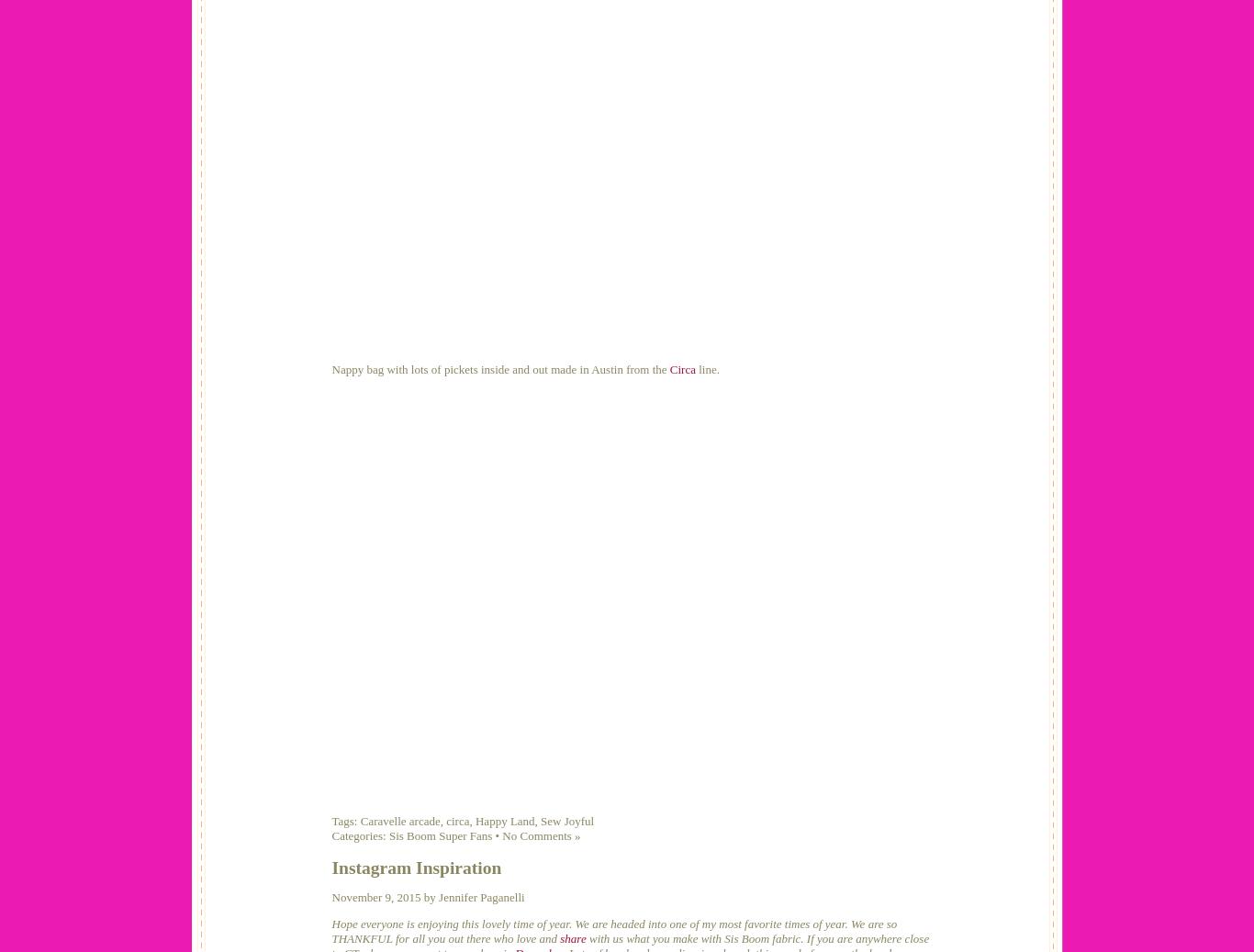  Describe the element at coordinates (330, 867) in the screenshot. I see `'Instagram Inspiration'` at that location.